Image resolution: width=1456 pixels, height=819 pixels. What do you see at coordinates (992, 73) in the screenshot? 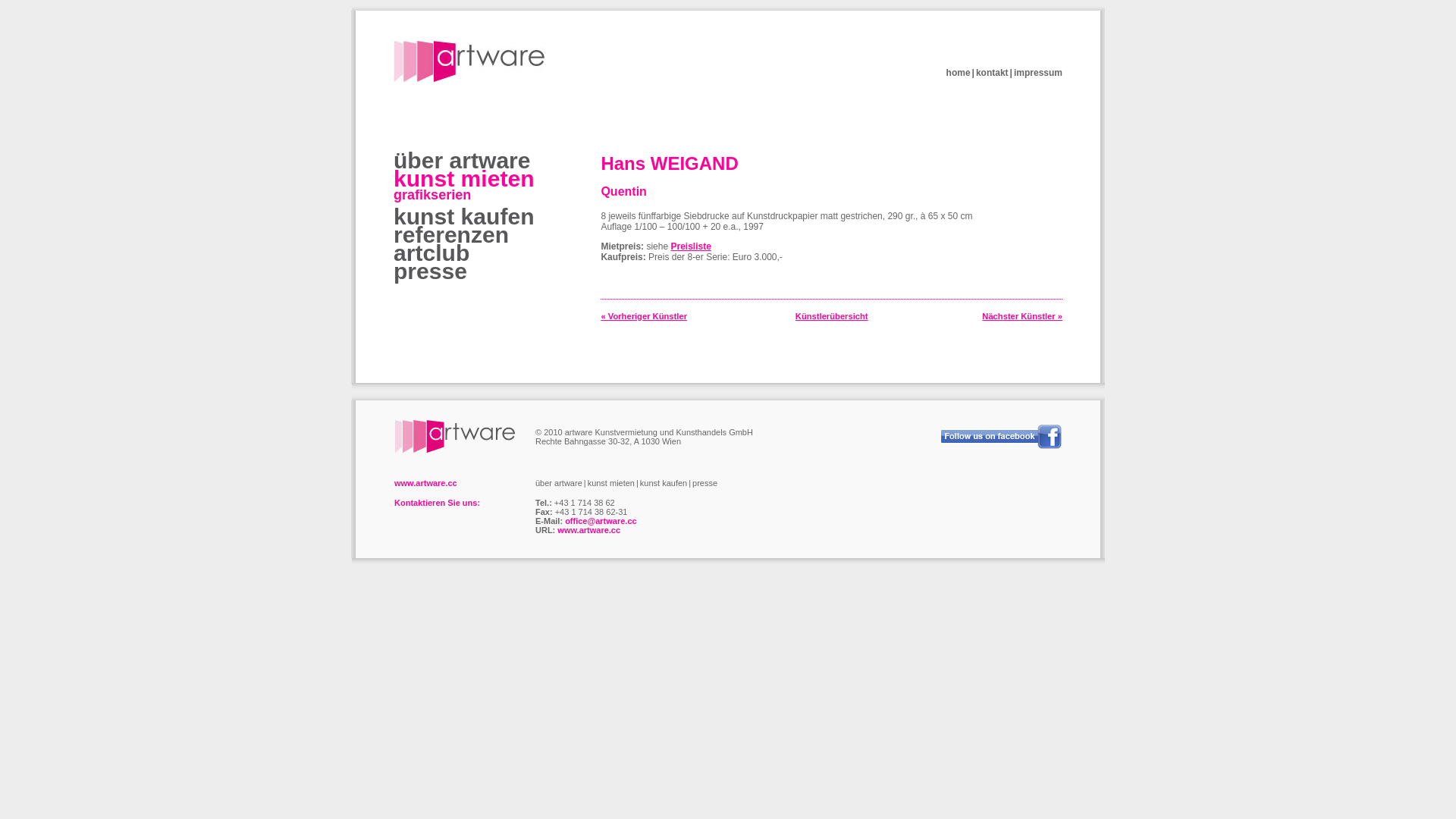
I see `'kontakt'` at bounding box center [992, 73].